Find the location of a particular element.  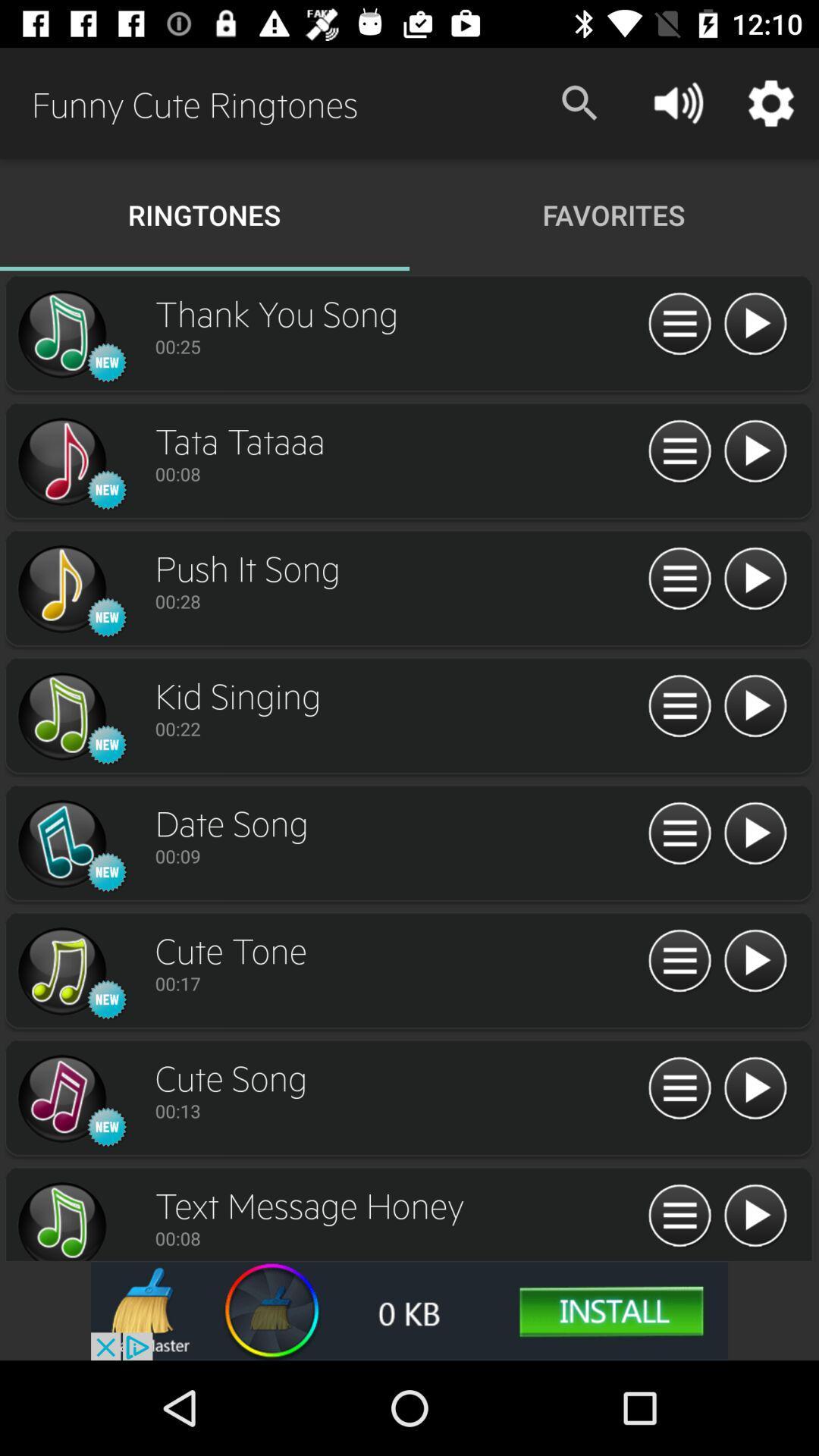

ringtone is located at coordinates (755, 579).